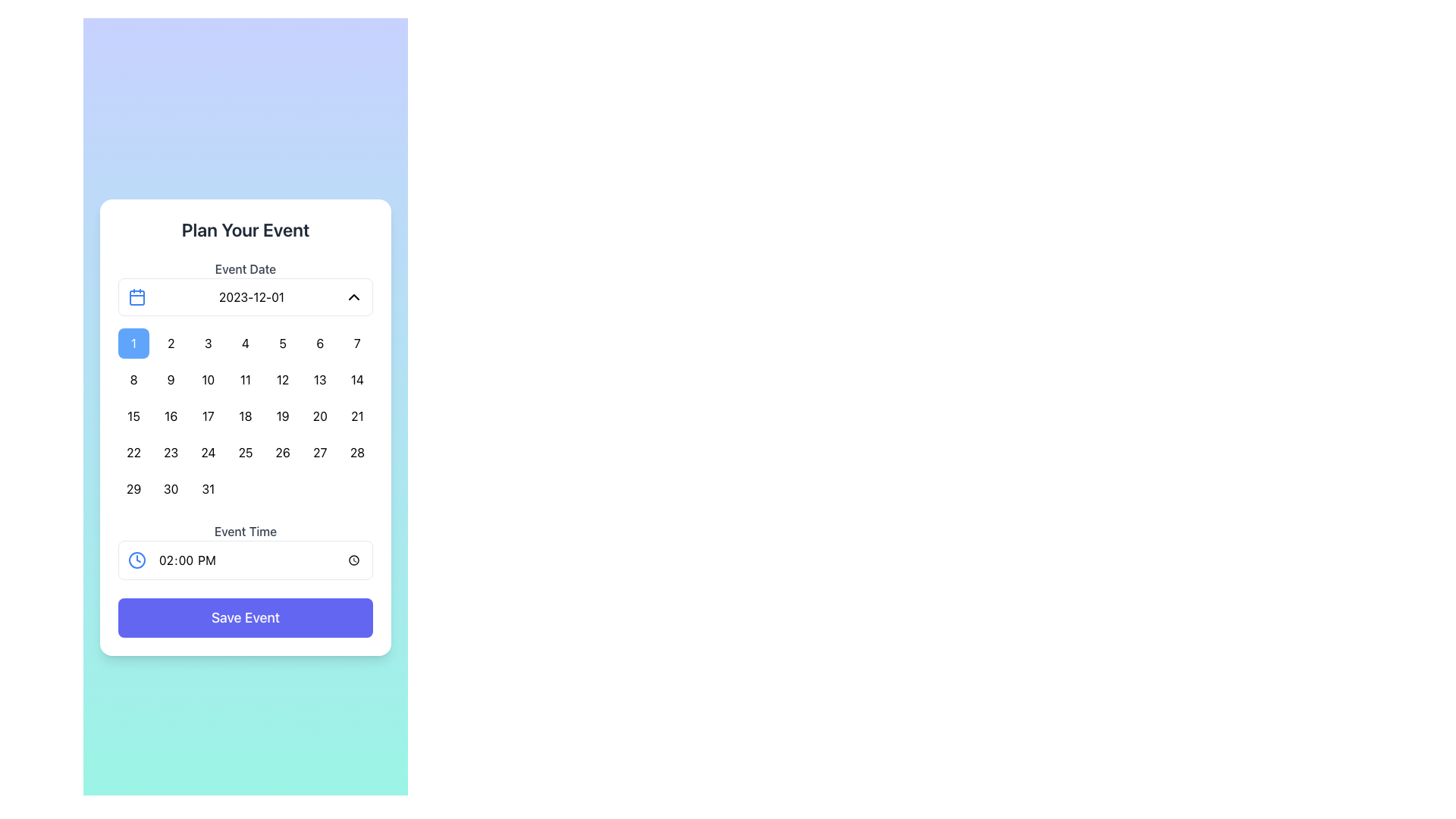  Describe the element at coordinates (246, 297) in the screenshot. I see `the Dropdown display element showing the date '2023-12-01' in the Event Date section` at that location.